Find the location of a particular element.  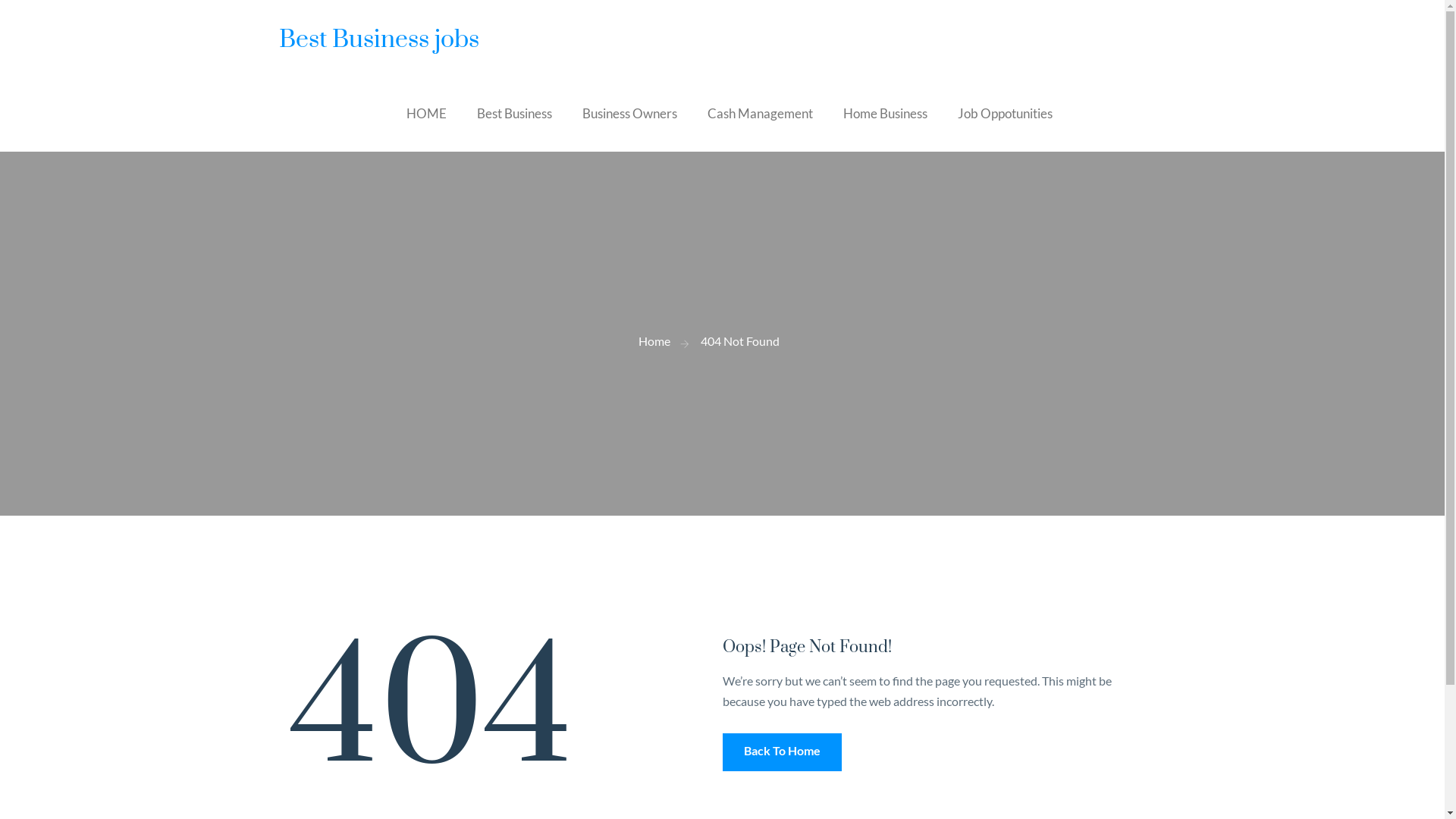

'Best Business' is located at coordinates (513, 113).